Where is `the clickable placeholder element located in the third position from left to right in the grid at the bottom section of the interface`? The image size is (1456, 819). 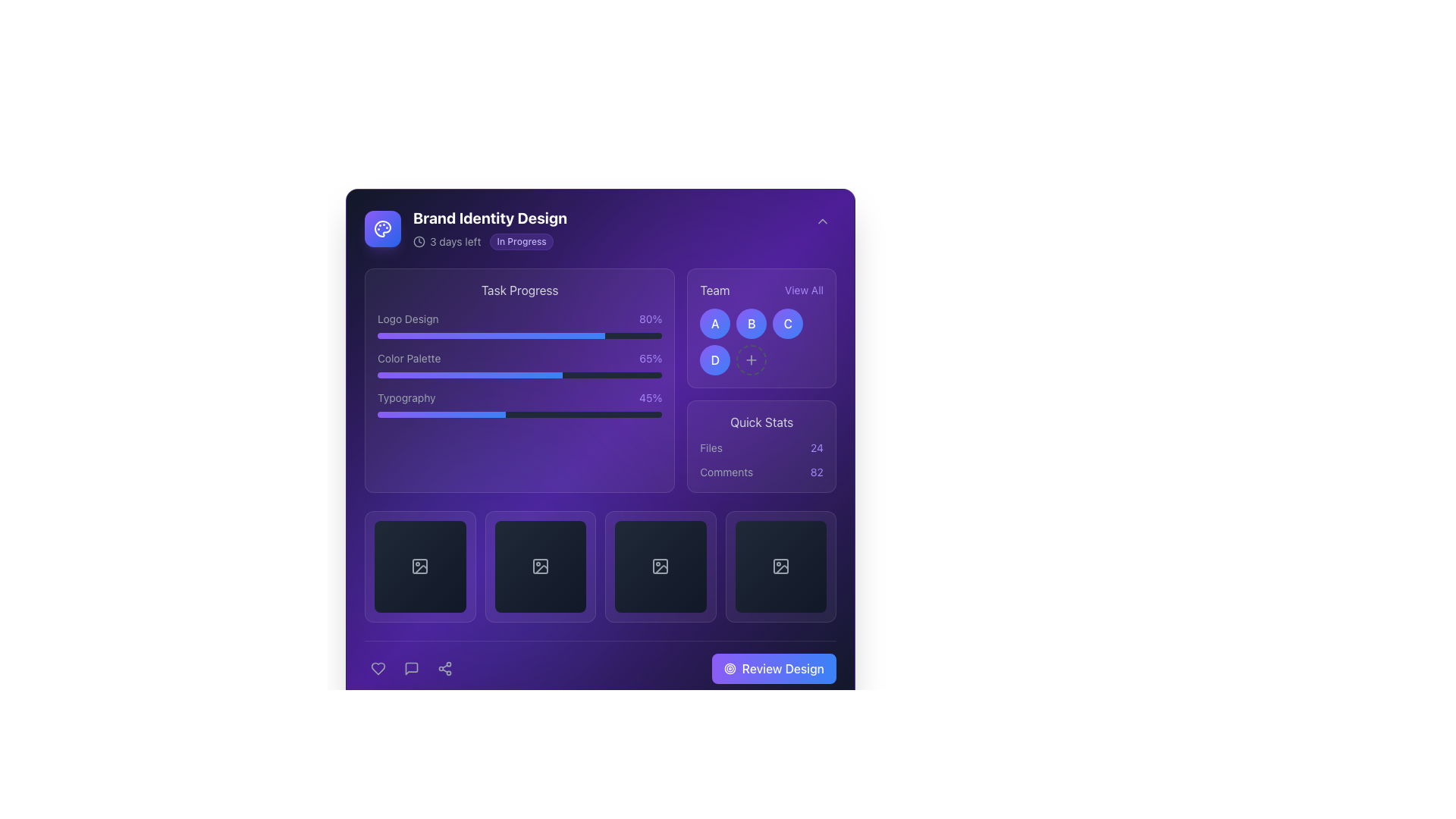 the clickable placeholder element located in the third position from left to right in the grid at the bottom section of the interface is located at coordinates (661, 566).